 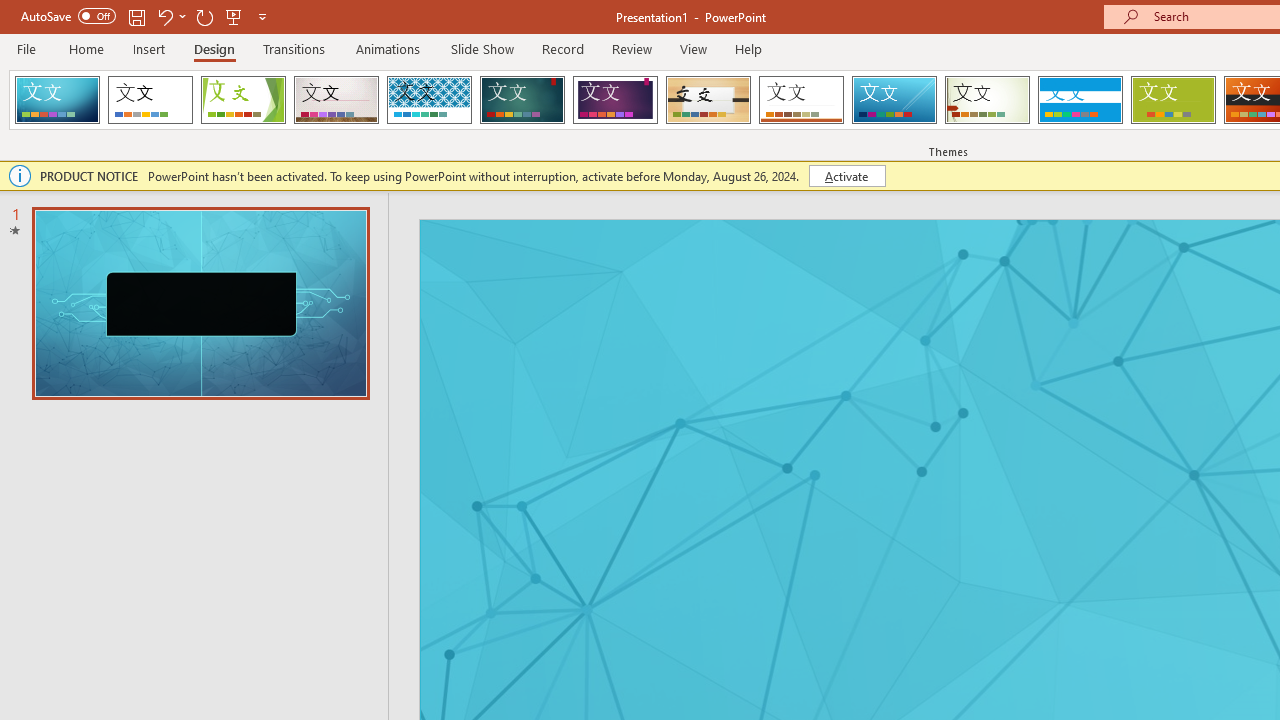 What do you see at coordinates (847, 175) in the screenshot?
I see `'Activate'` at bounding box center [847, 175].